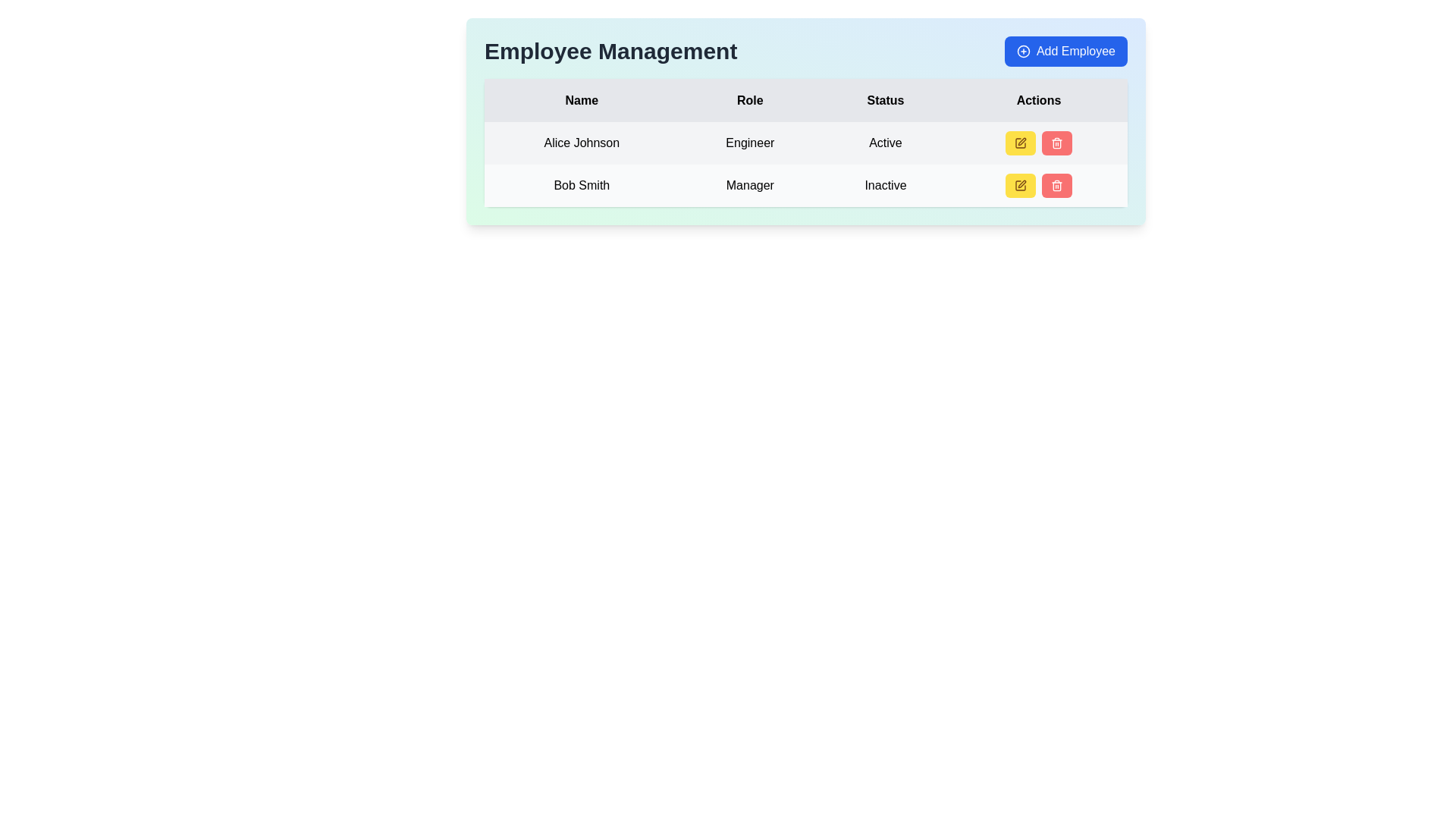 This screenshot has width=1456, height=819. Describe the element at coordinates (805, 185) in the screenshot. I see `the second row` at that location.